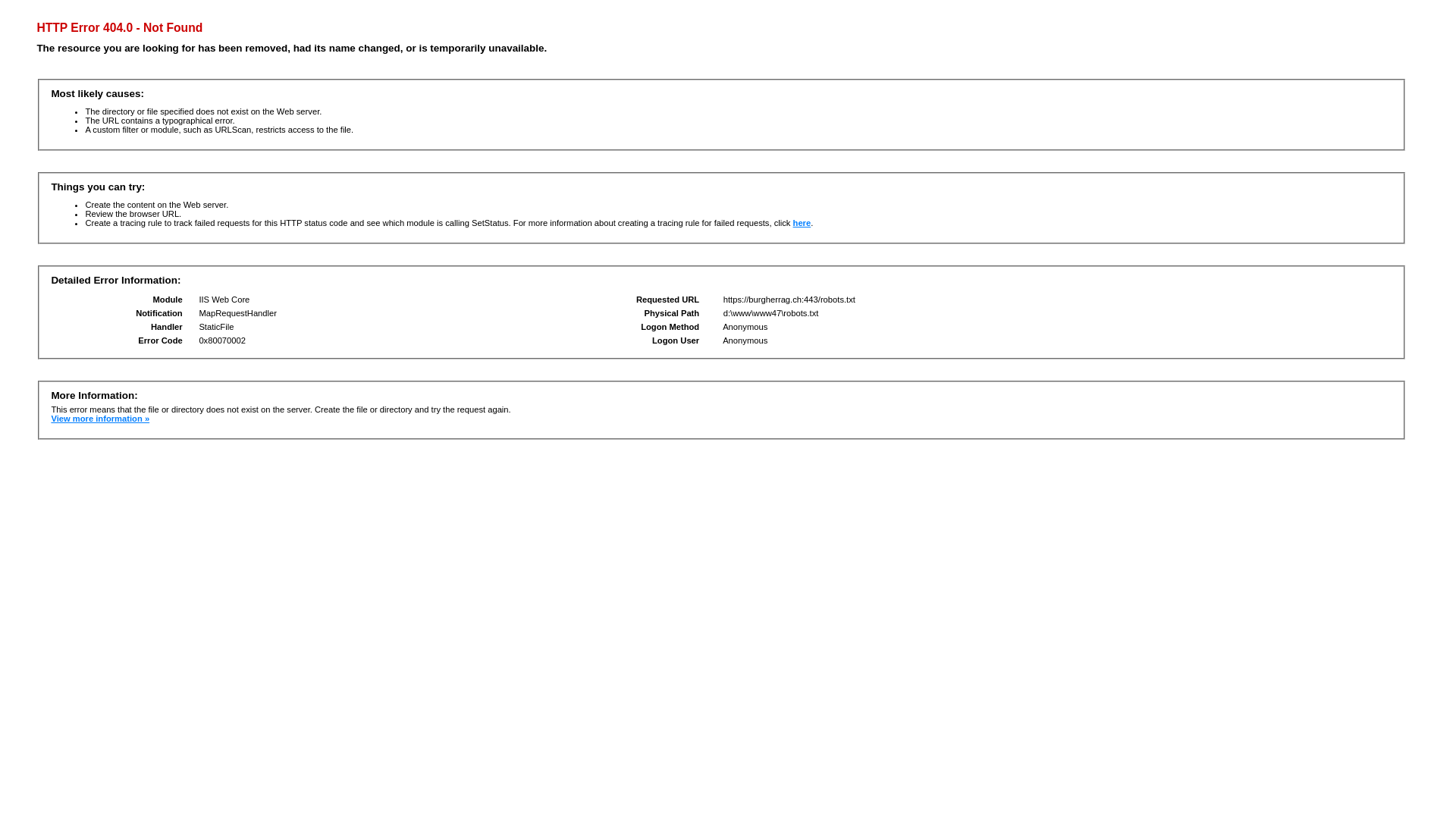 The image size is (1456, 819). What do you see at coordinates (792, 222) in the screenshot?
I see `'here'` at bounding box center [792, 222].